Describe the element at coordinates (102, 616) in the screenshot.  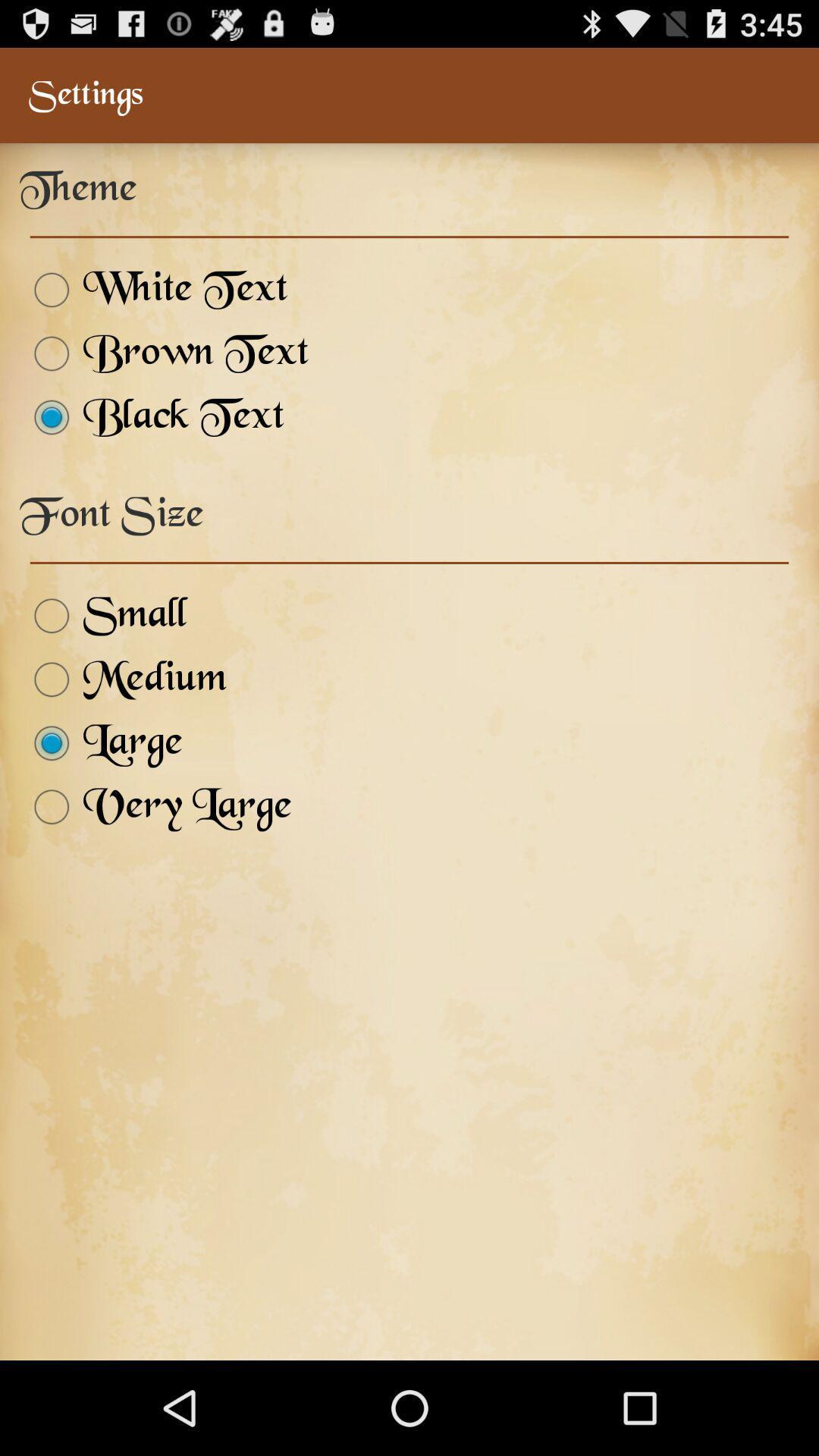
I see `item above the medium` at that location.